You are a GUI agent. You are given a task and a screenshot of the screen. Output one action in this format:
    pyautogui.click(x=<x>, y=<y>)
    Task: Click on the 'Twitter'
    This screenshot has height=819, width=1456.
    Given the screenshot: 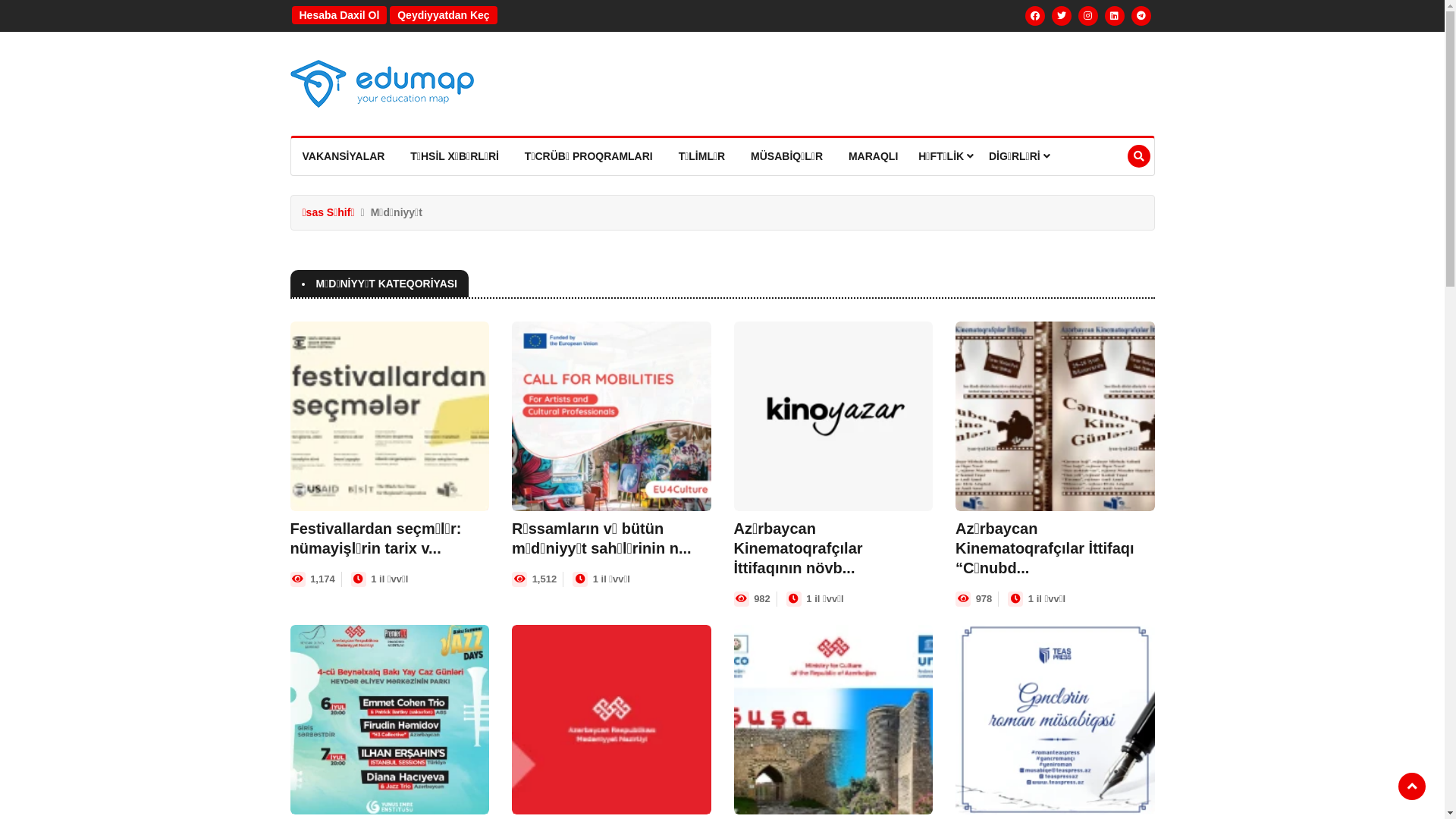 What is the action you would take?
    pyautogui.click(x=1061, y=15)
    